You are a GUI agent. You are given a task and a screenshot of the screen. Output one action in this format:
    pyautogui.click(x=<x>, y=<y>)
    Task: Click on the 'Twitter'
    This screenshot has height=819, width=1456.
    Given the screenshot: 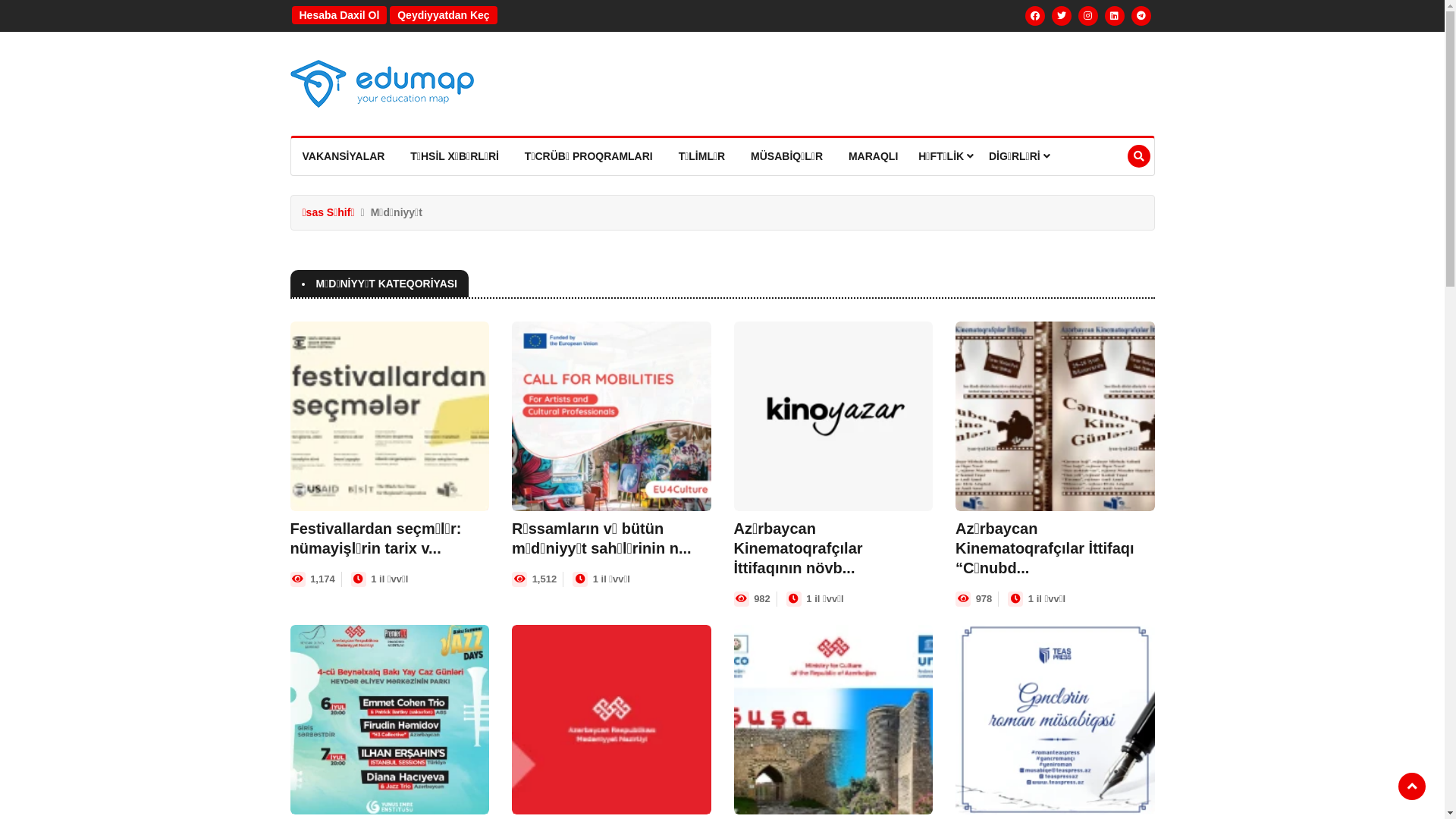 What is the action you would take?
    pyautogui.click(x=1061, y=15)
    